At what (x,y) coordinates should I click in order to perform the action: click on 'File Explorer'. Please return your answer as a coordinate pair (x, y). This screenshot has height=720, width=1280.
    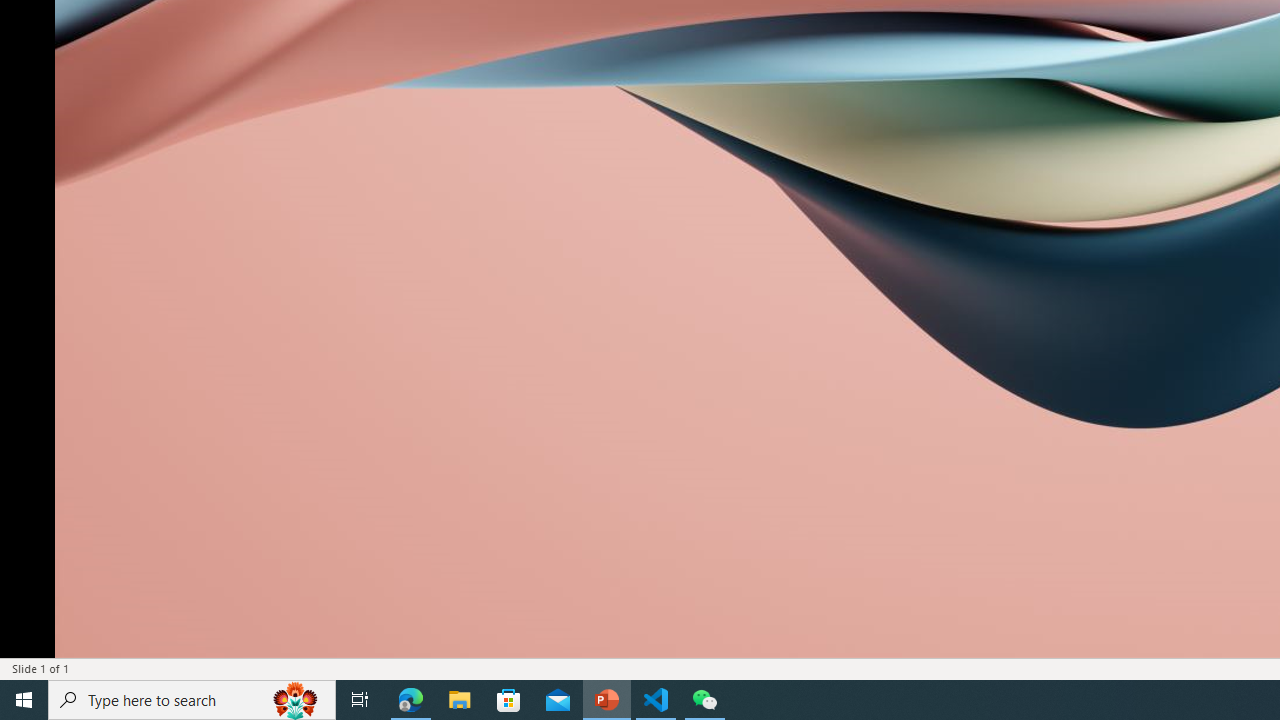
    Looking at the image, I should click on (459, 698).